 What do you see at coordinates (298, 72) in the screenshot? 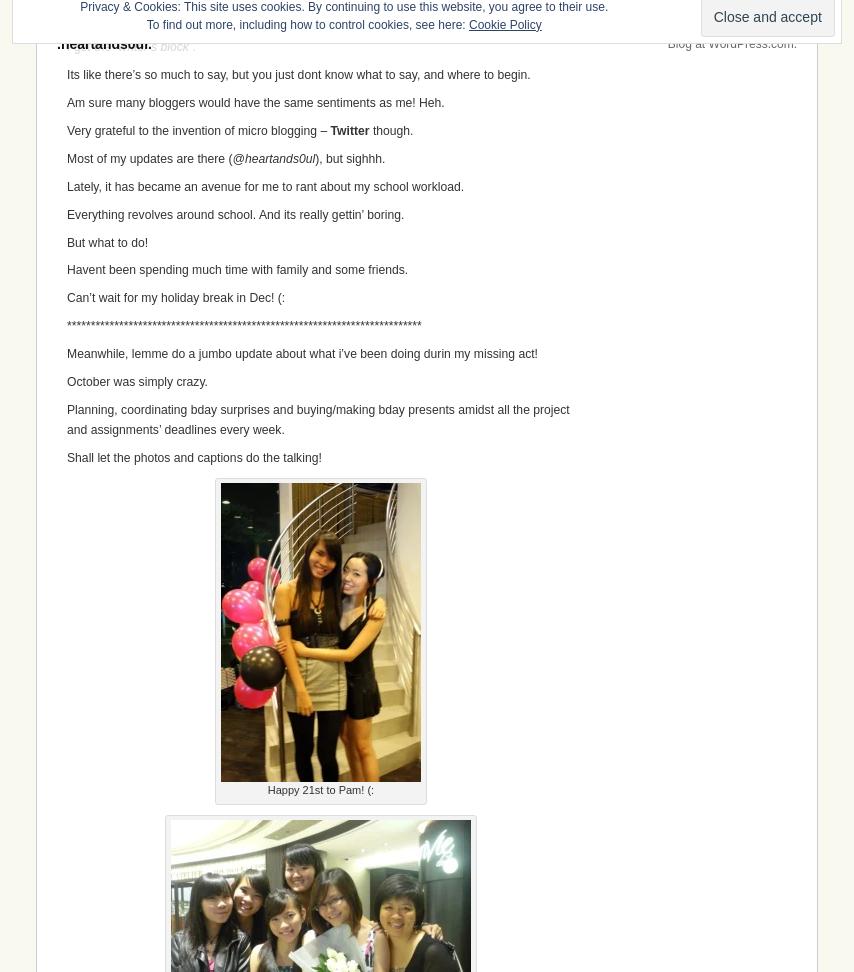
I see `'Its like there’s so much to say, but you just dont know what to say, and where to begin.'` at bounding box center [298, 72].